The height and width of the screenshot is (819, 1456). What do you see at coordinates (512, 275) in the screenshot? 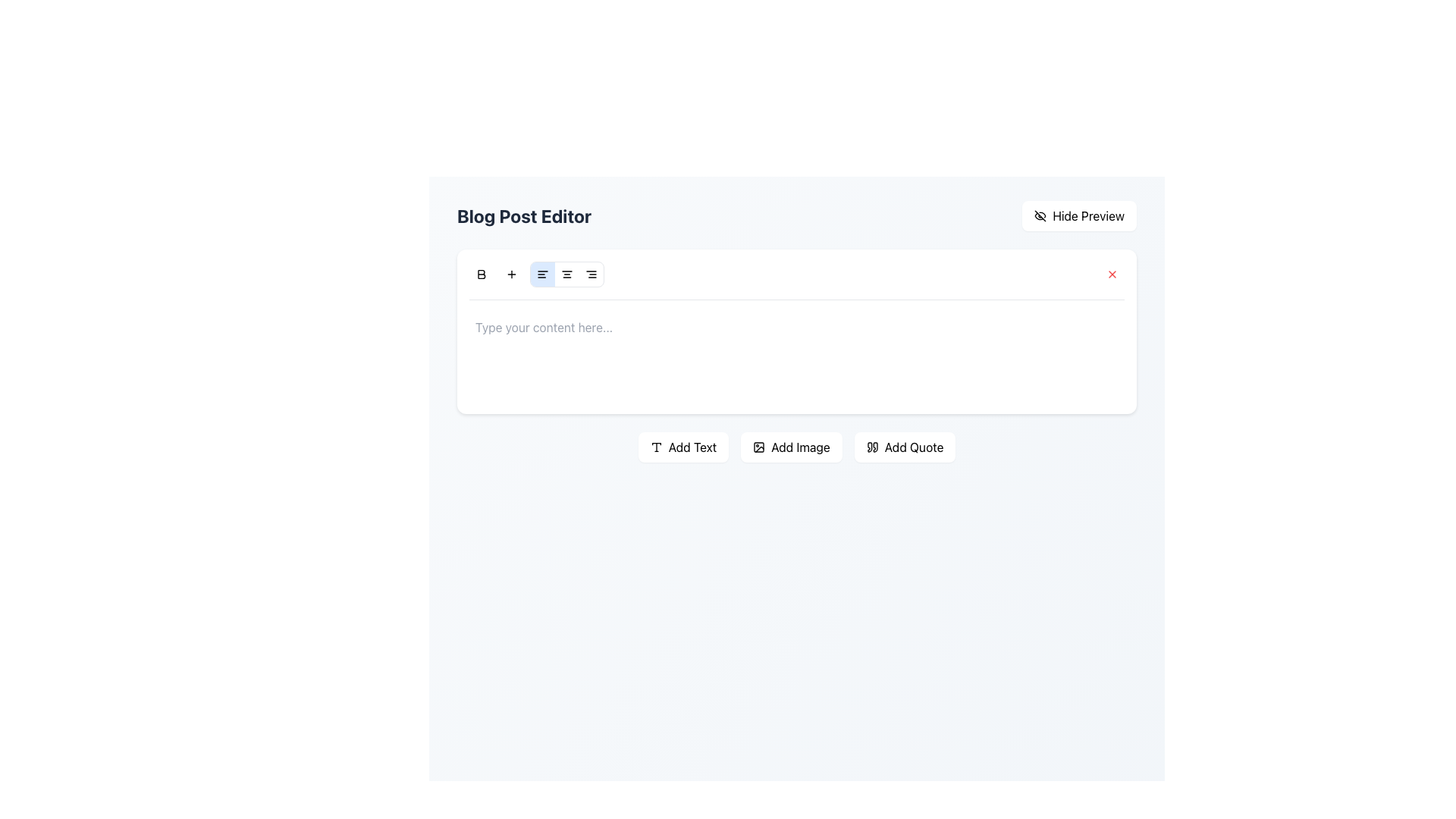
I see `the '+' button in the toolbar of the 'Blog Post Editor'` at bounding box center [512, 275].